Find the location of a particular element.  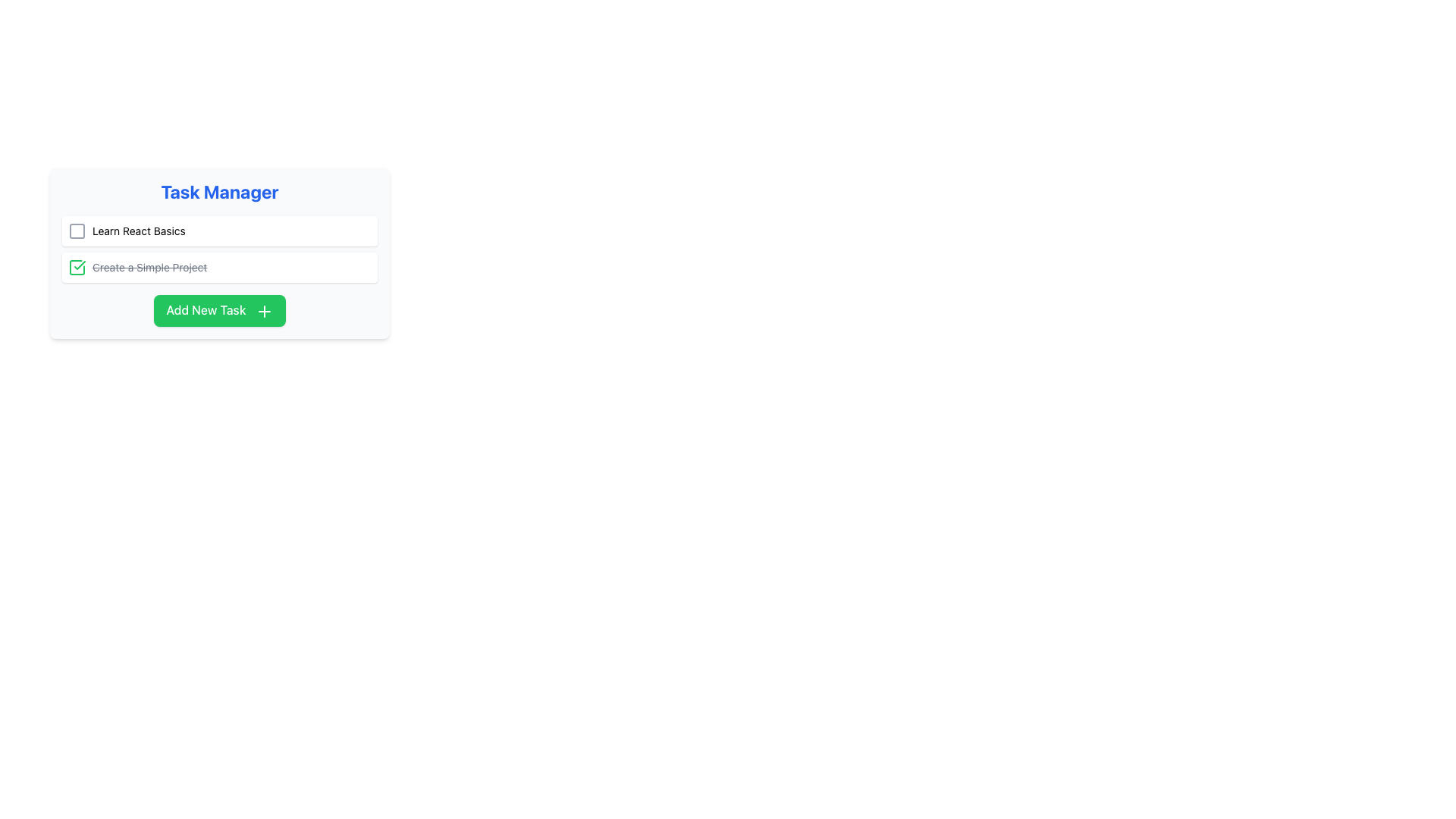

the first list item labeled 'Learn React Basics' in the Task Manager is located at coordinates (127, 231).